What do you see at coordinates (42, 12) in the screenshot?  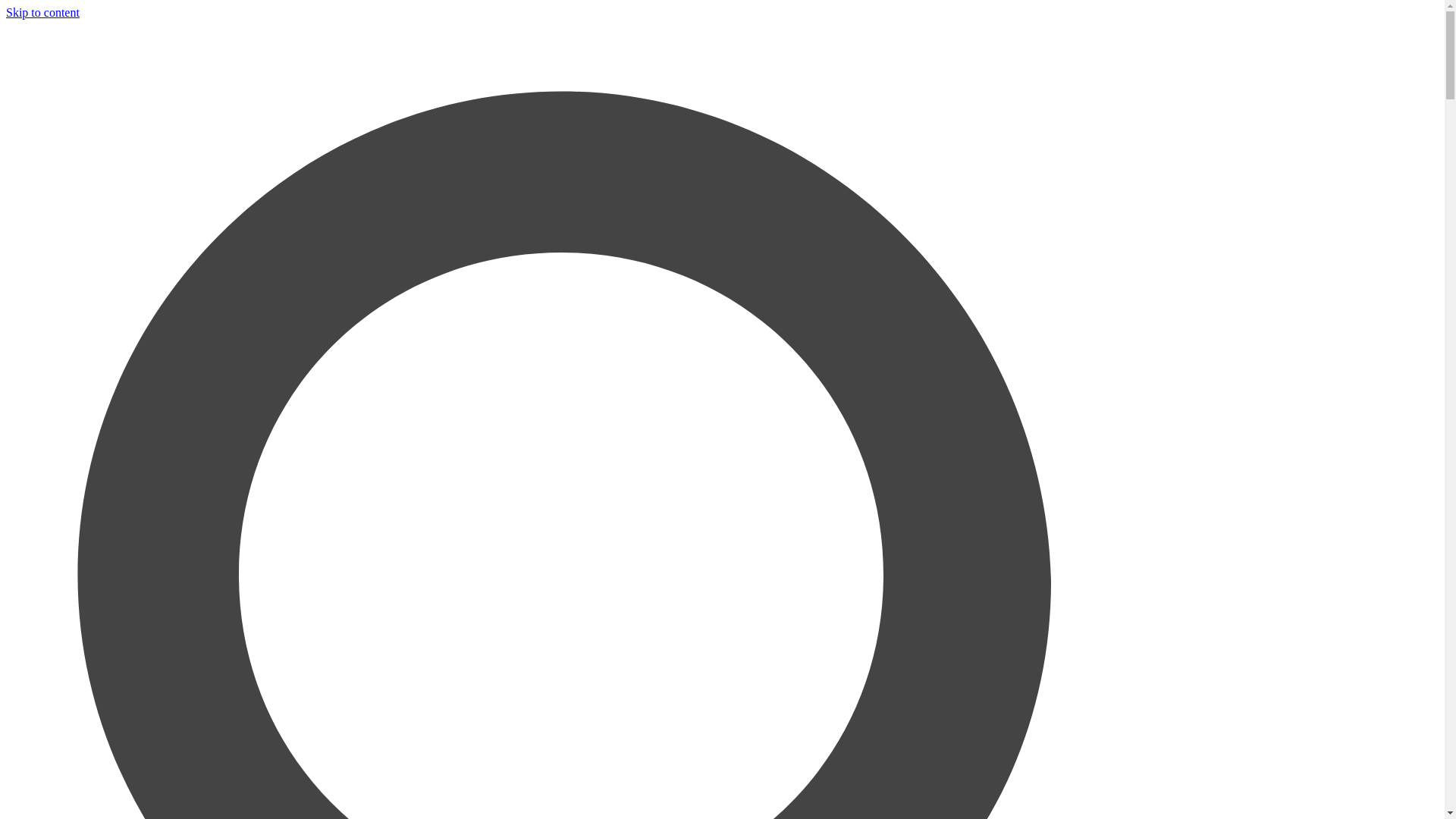 I see `'Skip to content'` at bounding box center [42, 12].